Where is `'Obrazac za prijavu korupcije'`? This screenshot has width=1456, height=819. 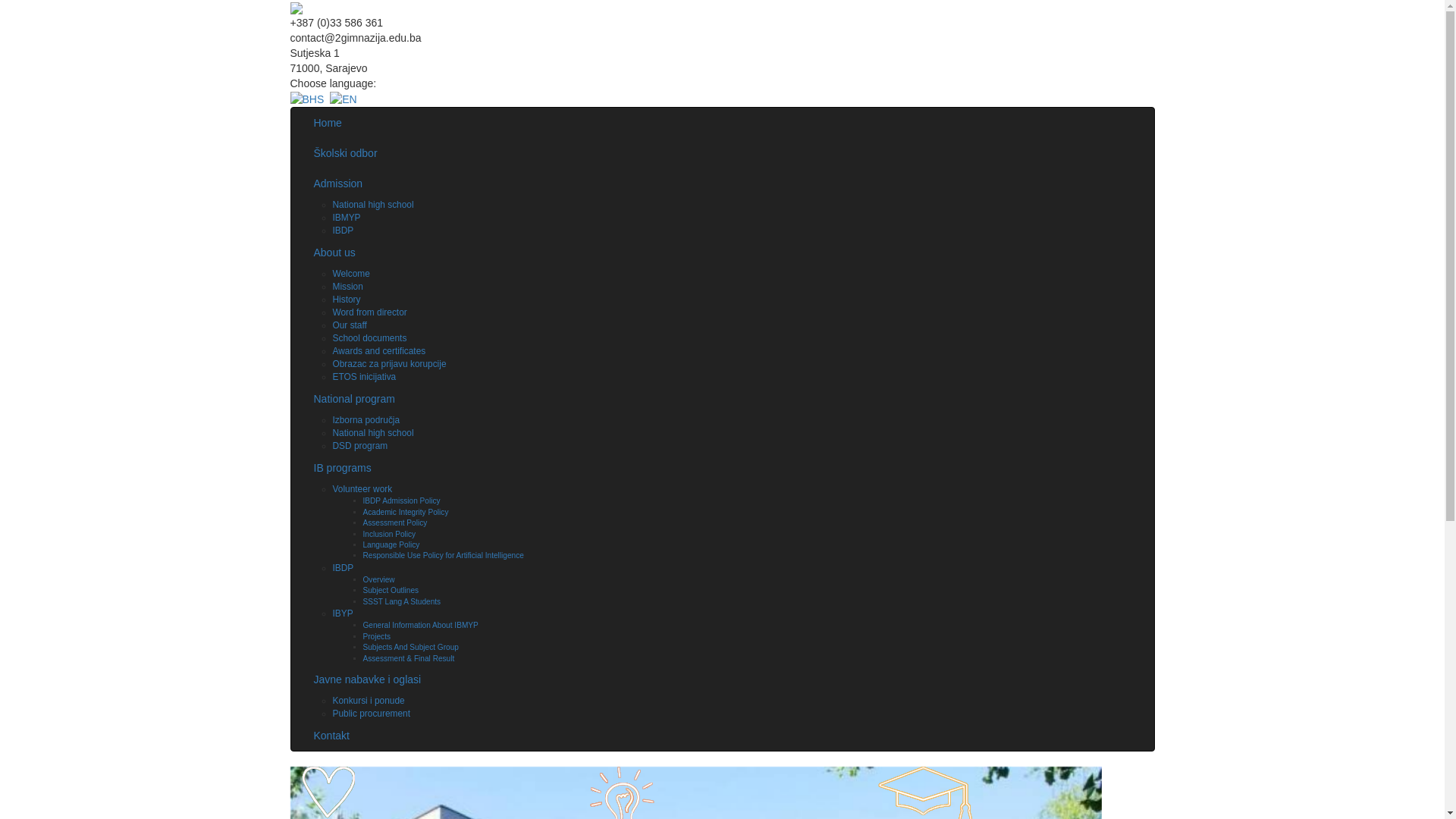 'Obrazac za prijavu korupcije' is located at coordinates (389, 363).